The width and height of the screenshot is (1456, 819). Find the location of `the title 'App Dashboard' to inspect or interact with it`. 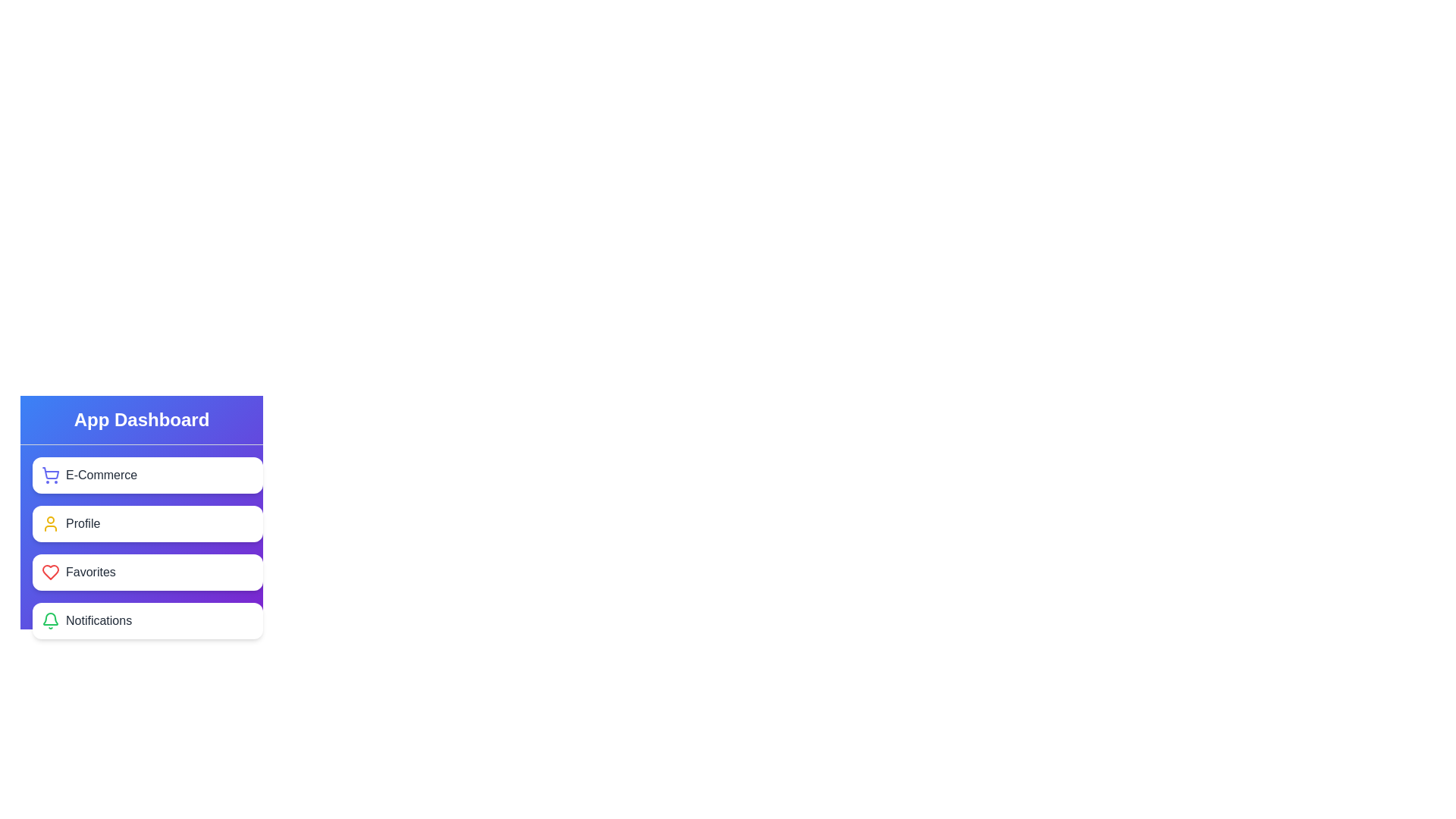

the title 'App Dashboard' to inspect or interact with it is located at coordinates (142, 420).